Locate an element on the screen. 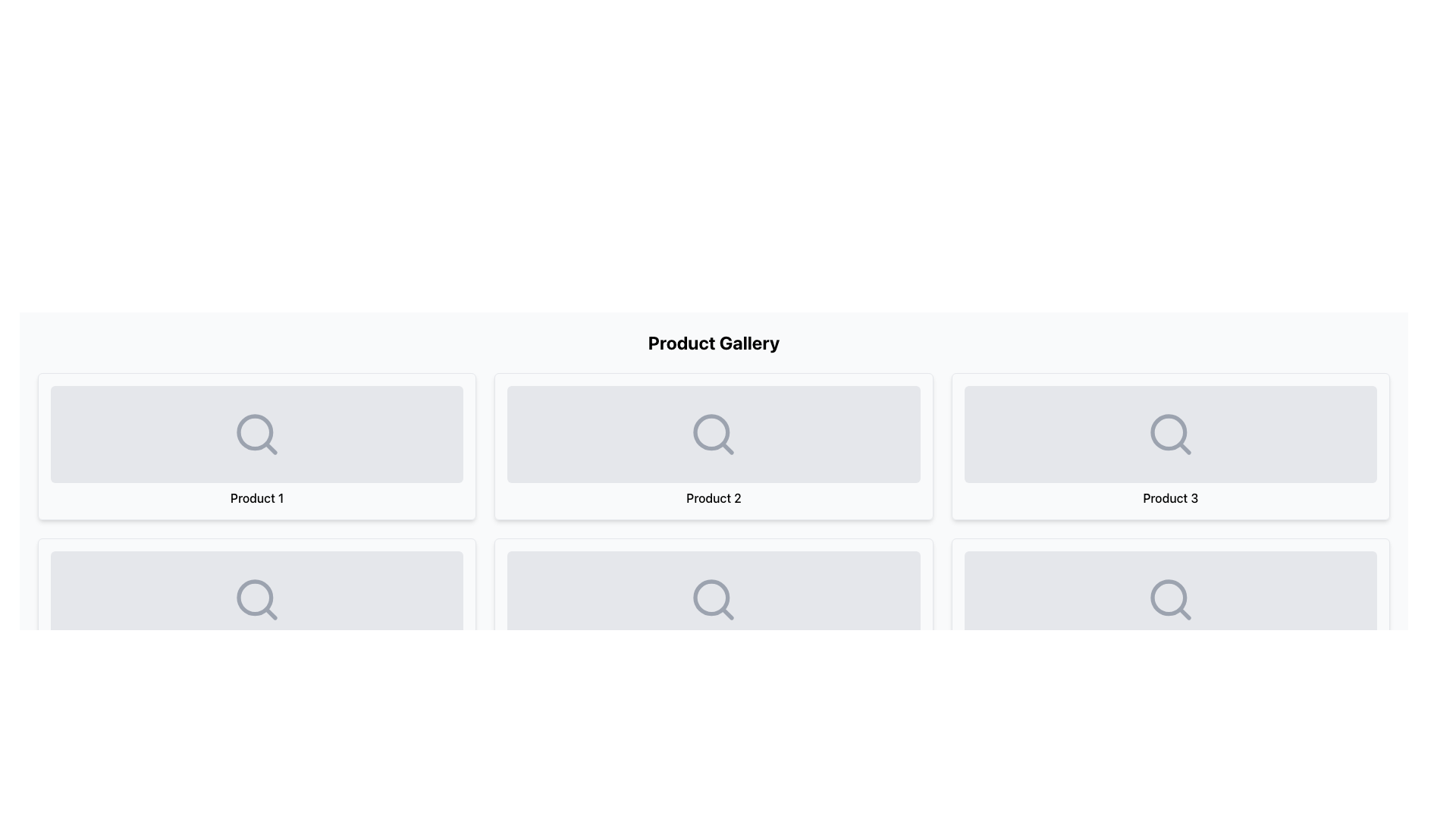  the stem of the magnifying glass icon representing the search functionality, located within the button for 'Product 2' is located at coordinates (726, 613).